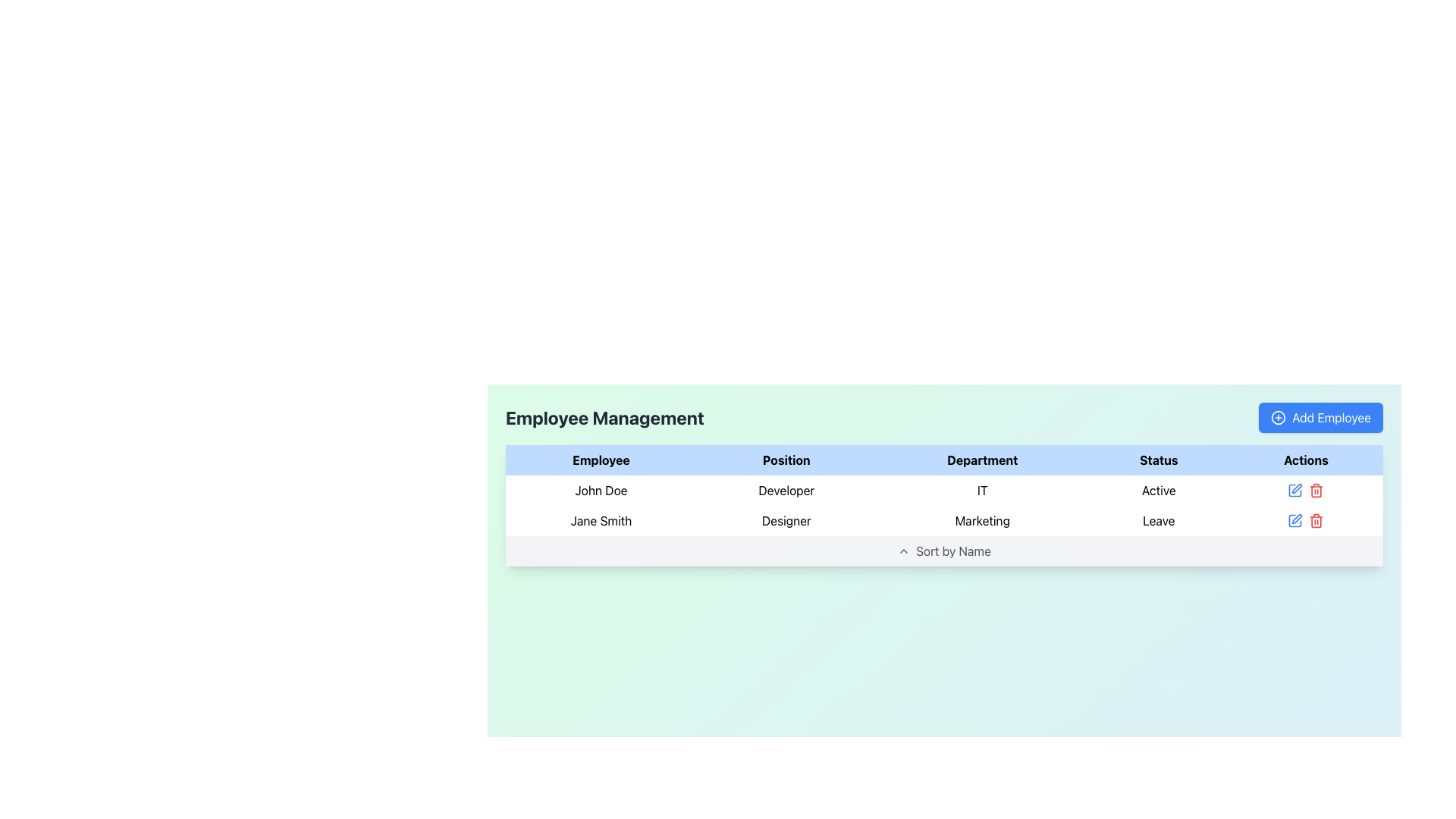 The height and width of the screenshot is (819, 1456). Describe the element at coordinates (903, 551) in the screenshot. I see `the Chevron icon located to the left of the 'Sort by Name' text` at that location.